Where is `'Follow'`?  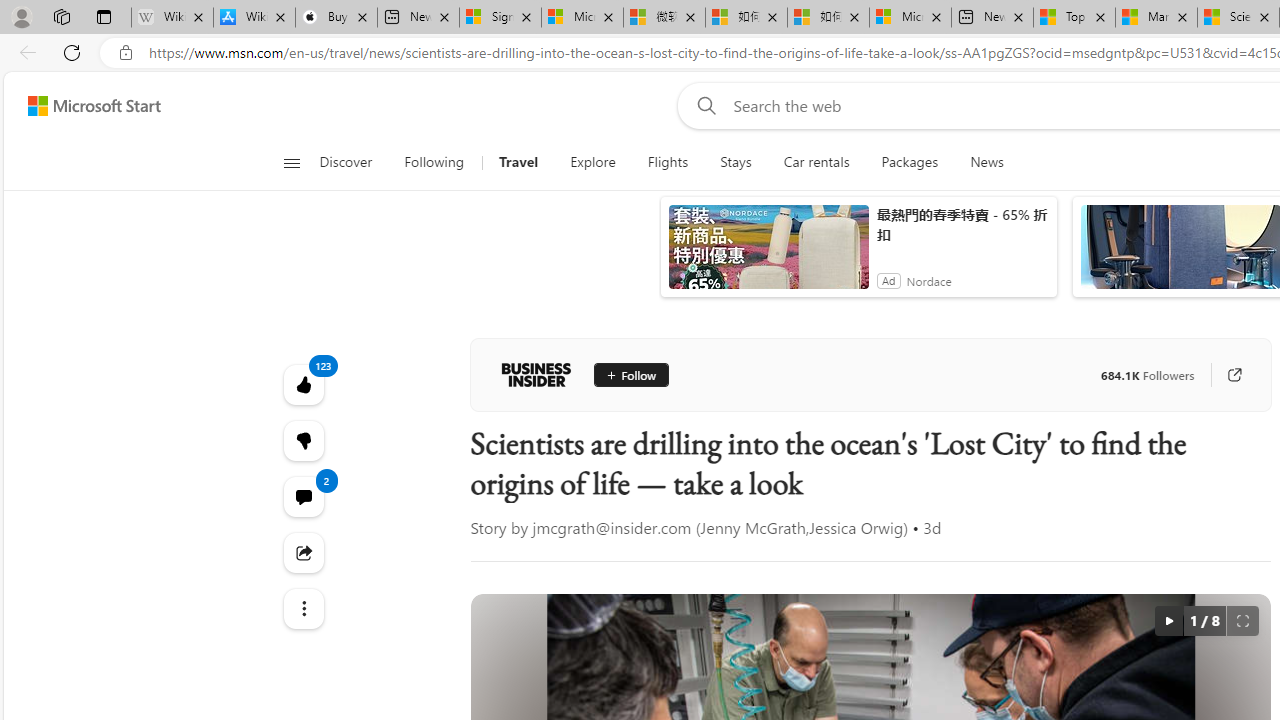 'Follow' is located at coordinates (630, 375).